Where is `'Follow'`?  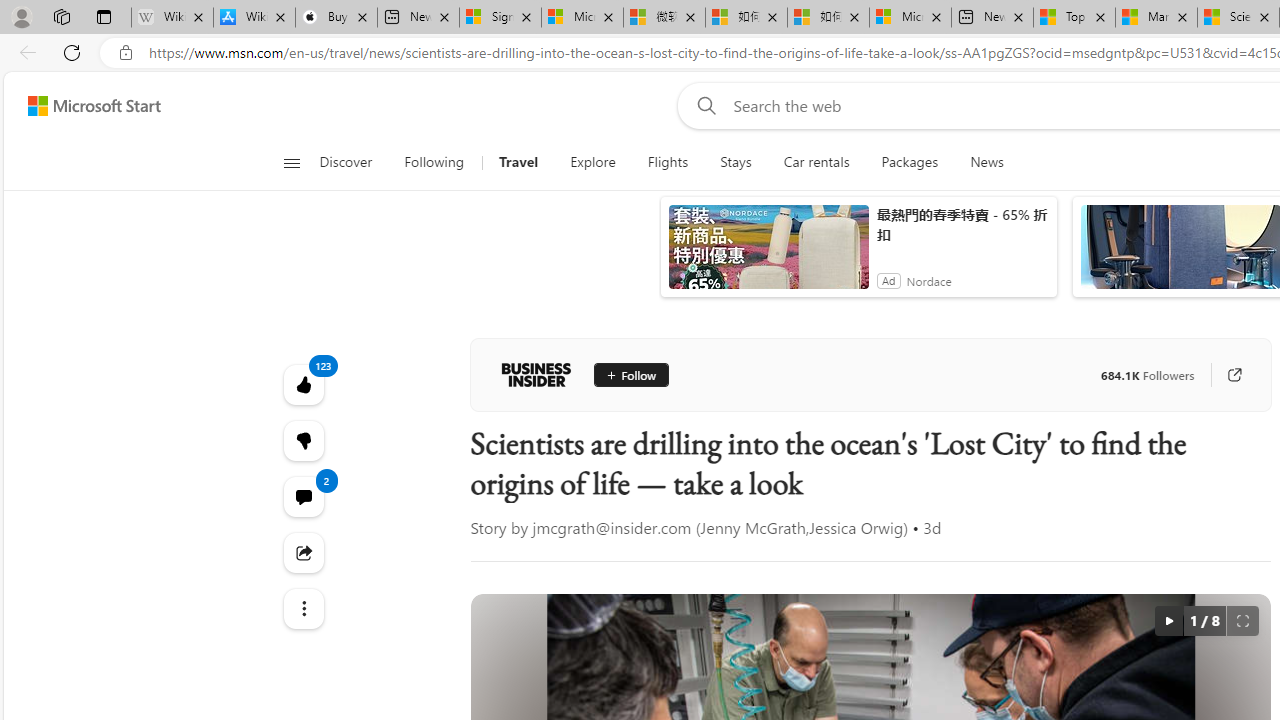 'Follow' is located at coordinates (630, 375).